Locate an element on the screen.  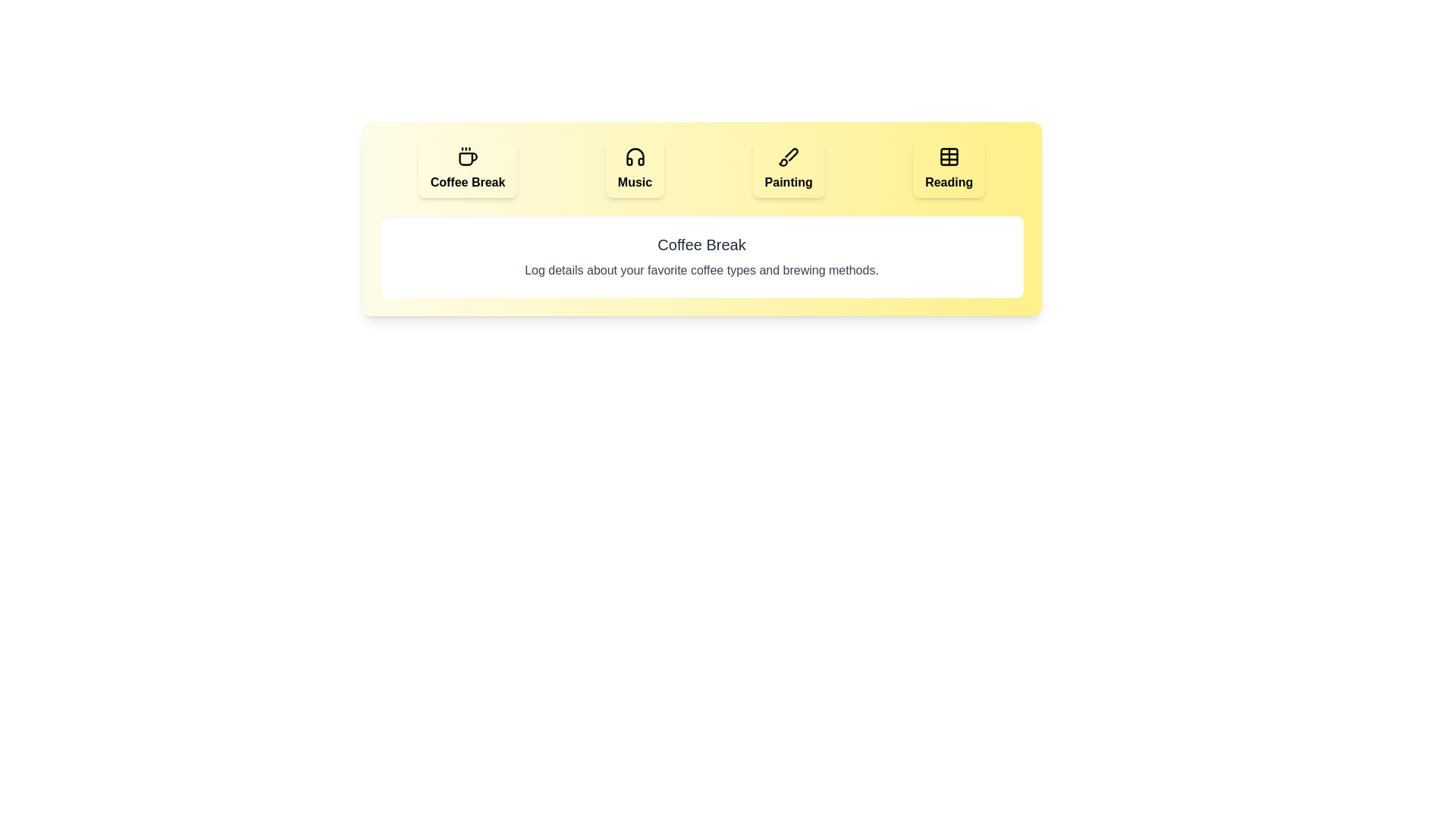
the 'Coffee Break' text label in the first tab of the horizontal navigation bar, which is positioned below a coffee cup icon and serves as a title for this section is located at coordinates (467, 181).